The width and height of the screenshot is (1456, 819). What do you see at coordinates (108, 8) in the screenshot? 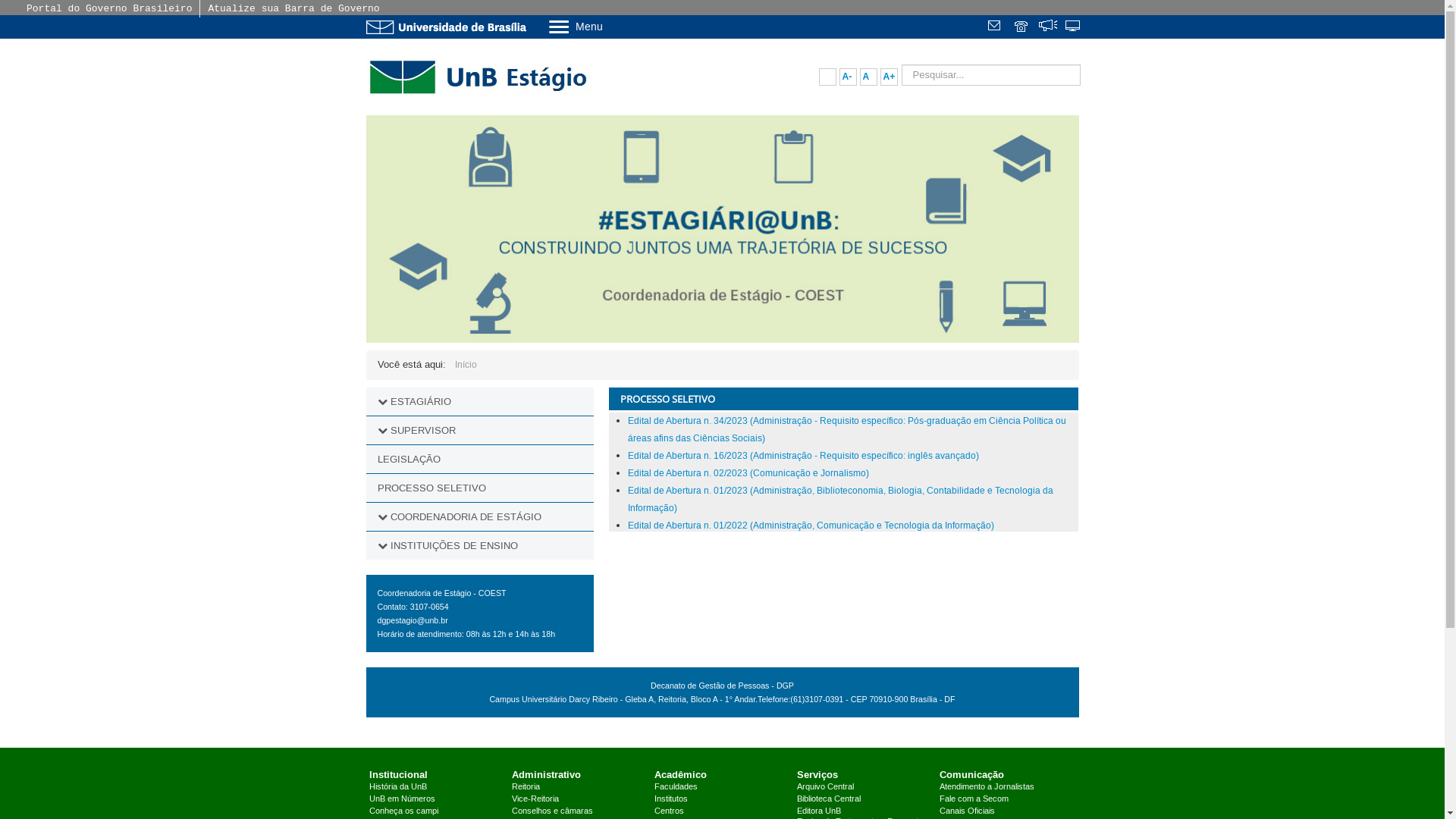
I see `'Portal do Governo Brasileiro'` at bounding box center [108, 8].